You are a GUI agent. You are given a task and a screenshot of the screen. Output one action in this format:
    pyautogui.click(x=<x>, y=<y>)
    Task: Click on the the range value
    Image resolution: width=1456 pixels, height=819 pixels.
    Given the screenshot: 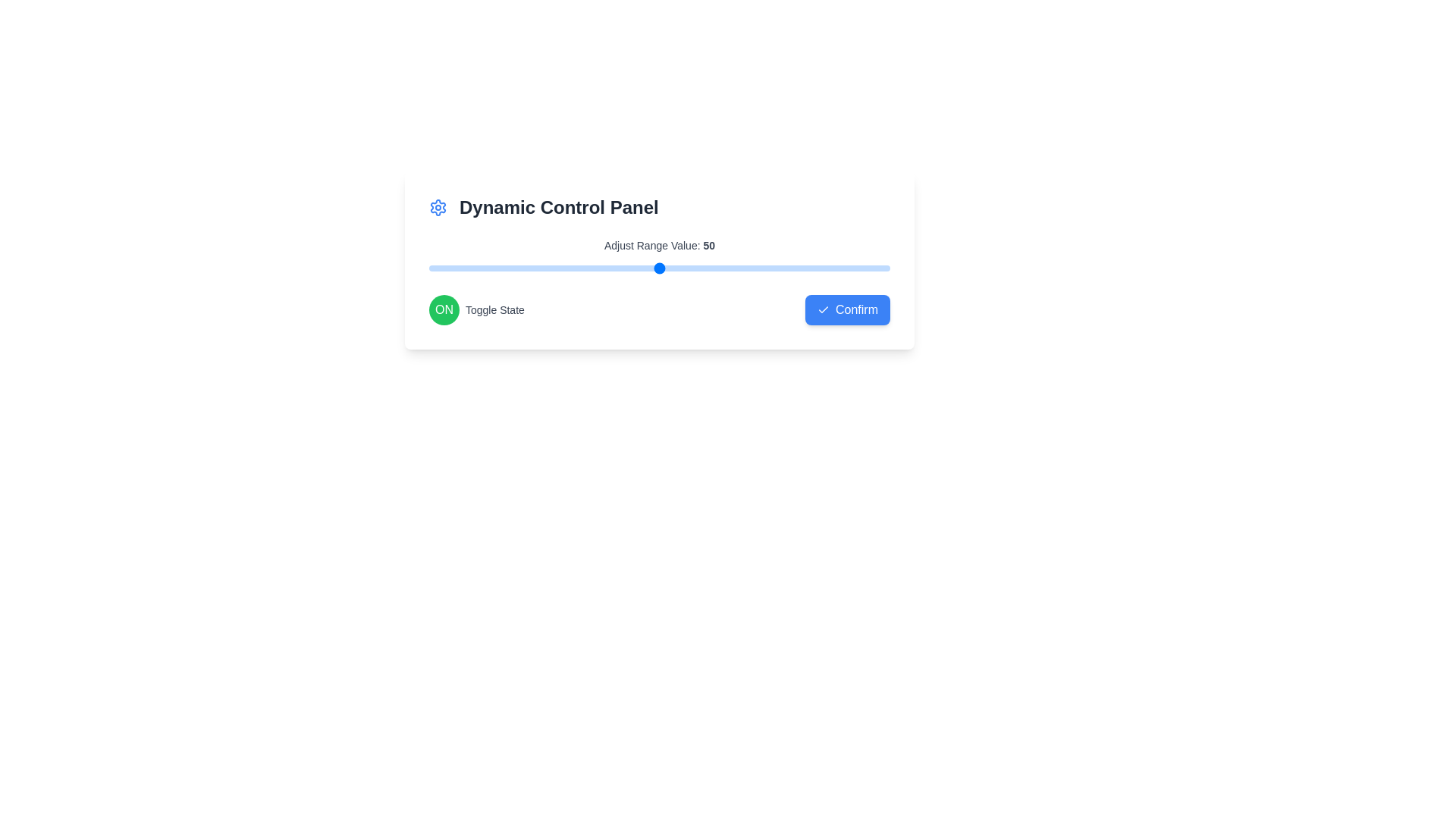 What is the action you would take?
    pyautogui.click(x=530, y=268)
    